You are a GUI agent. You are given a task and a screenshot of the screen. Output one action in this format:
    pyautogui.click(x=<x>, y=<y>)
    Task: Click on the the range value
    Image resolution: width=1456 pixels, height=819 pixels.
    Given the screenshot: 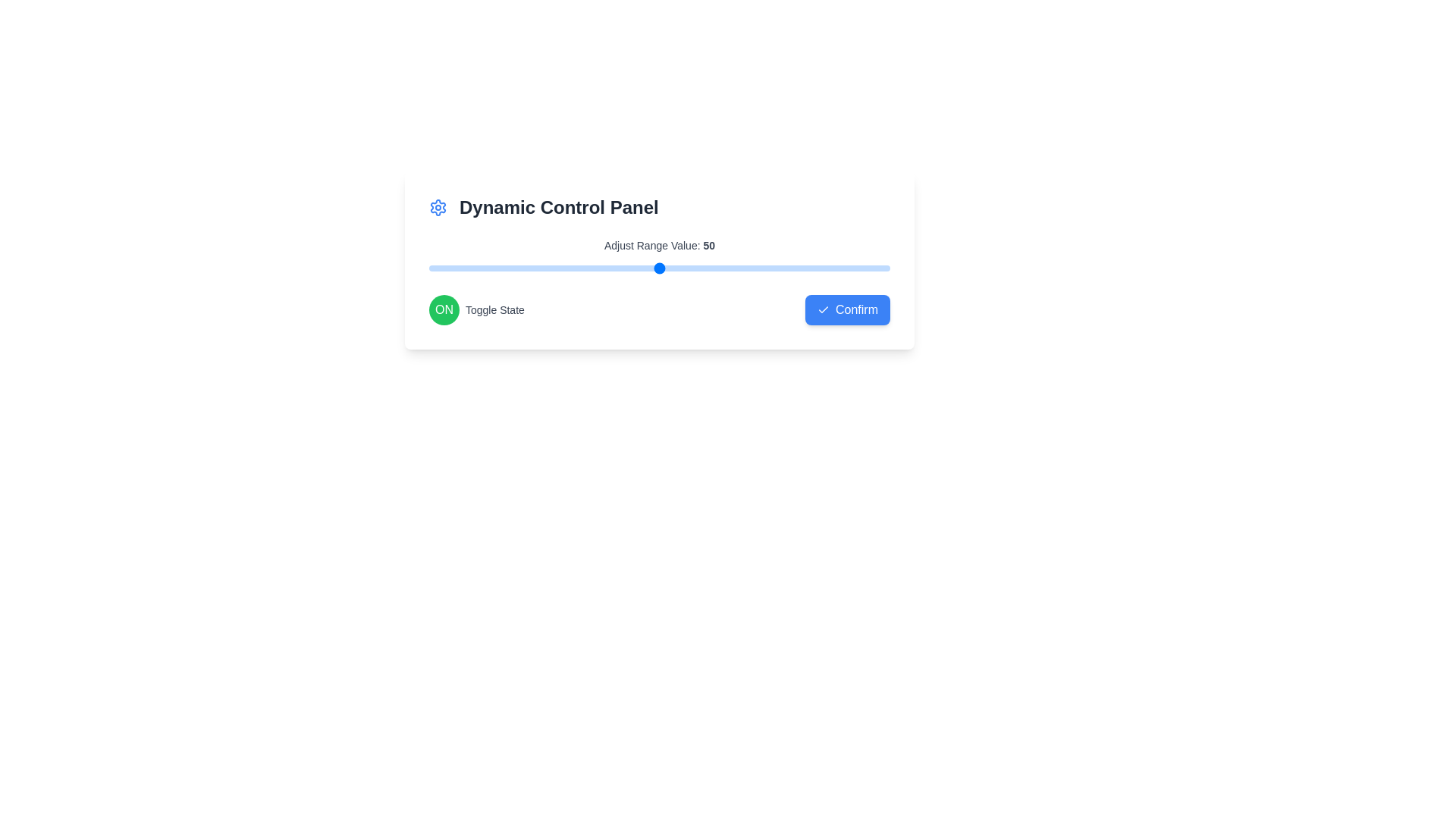 What is the action you would take?
    pyautogui.click(x=530, y=268)
    